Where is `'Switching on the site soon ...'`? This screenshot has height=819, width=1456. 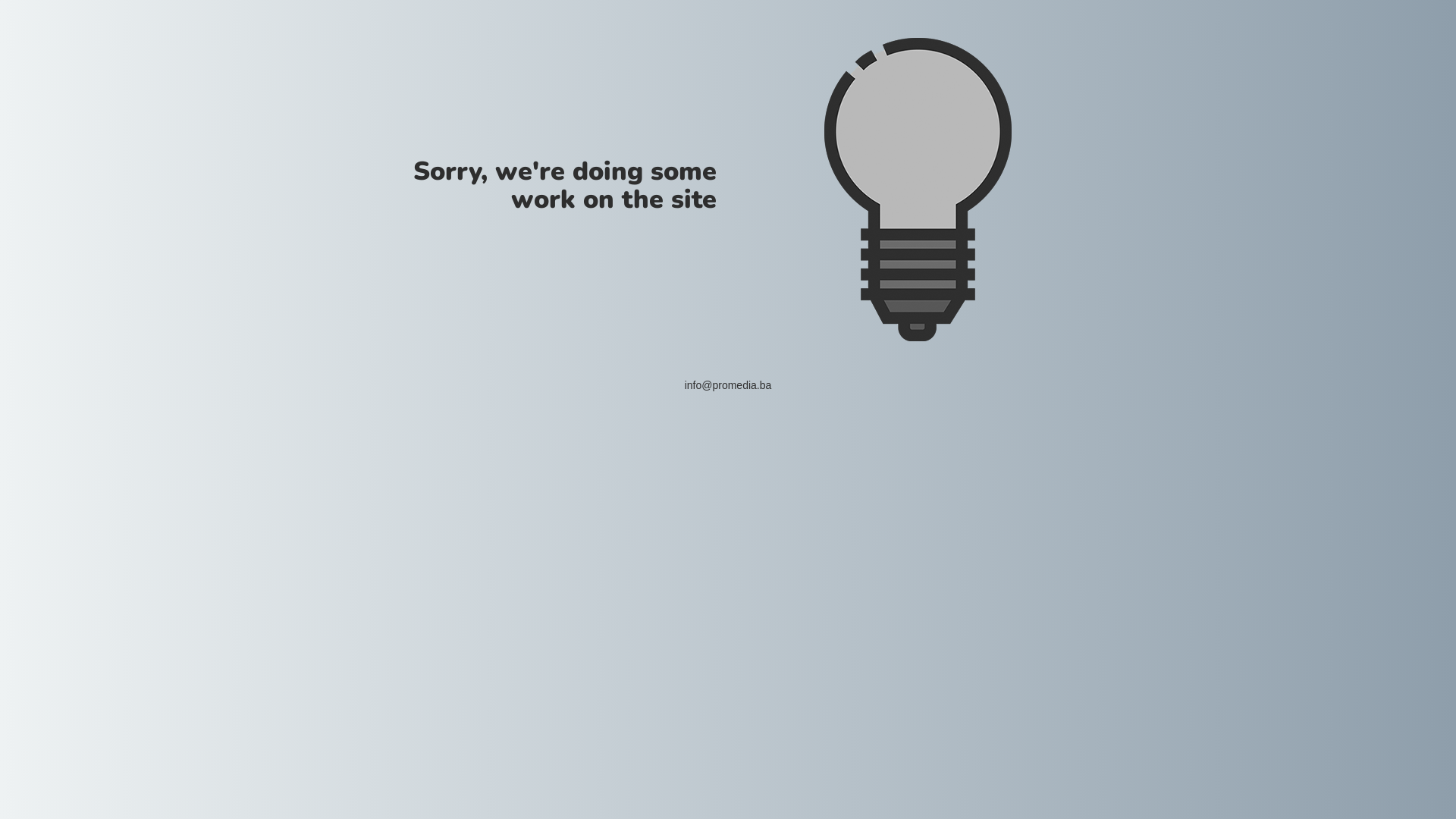 'Switching on the site soon ...' is located at coordinates (916, 189).